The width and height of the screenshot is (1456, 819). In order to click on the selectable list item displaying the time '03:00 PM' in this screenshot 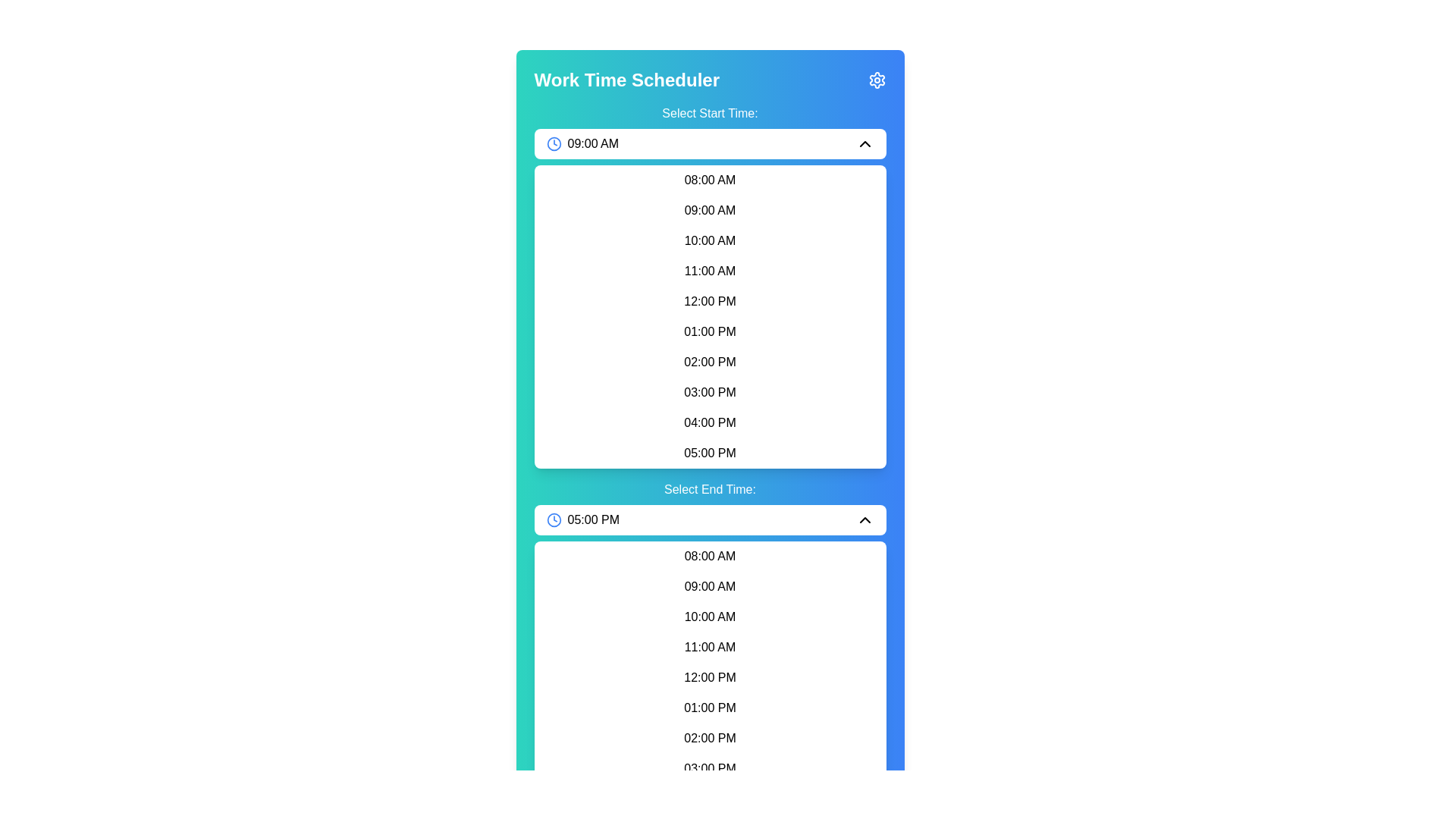, I will do `click(709, 391)`.